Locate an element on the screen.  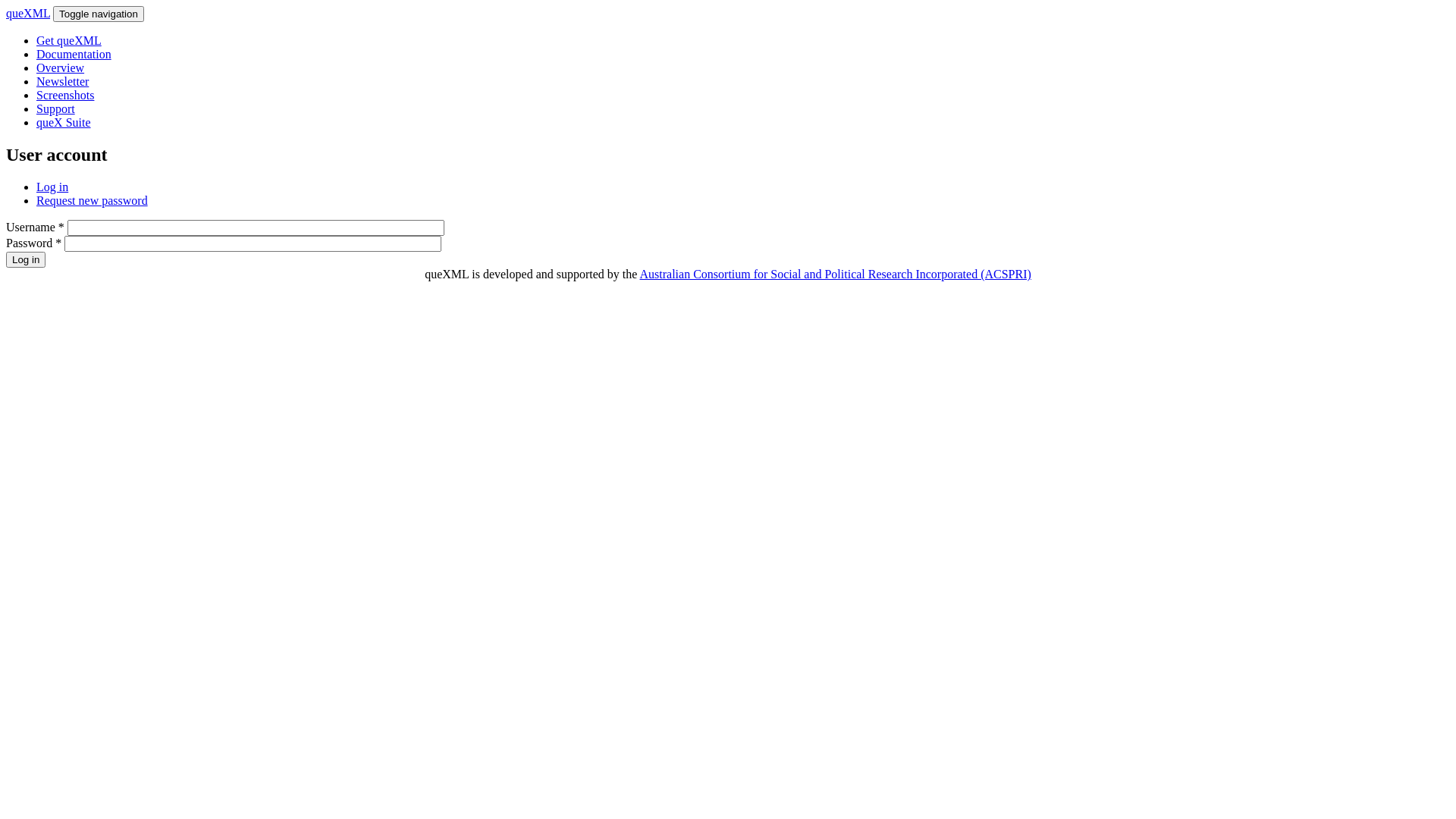
'queXML' is located at coordinates (28, 13).